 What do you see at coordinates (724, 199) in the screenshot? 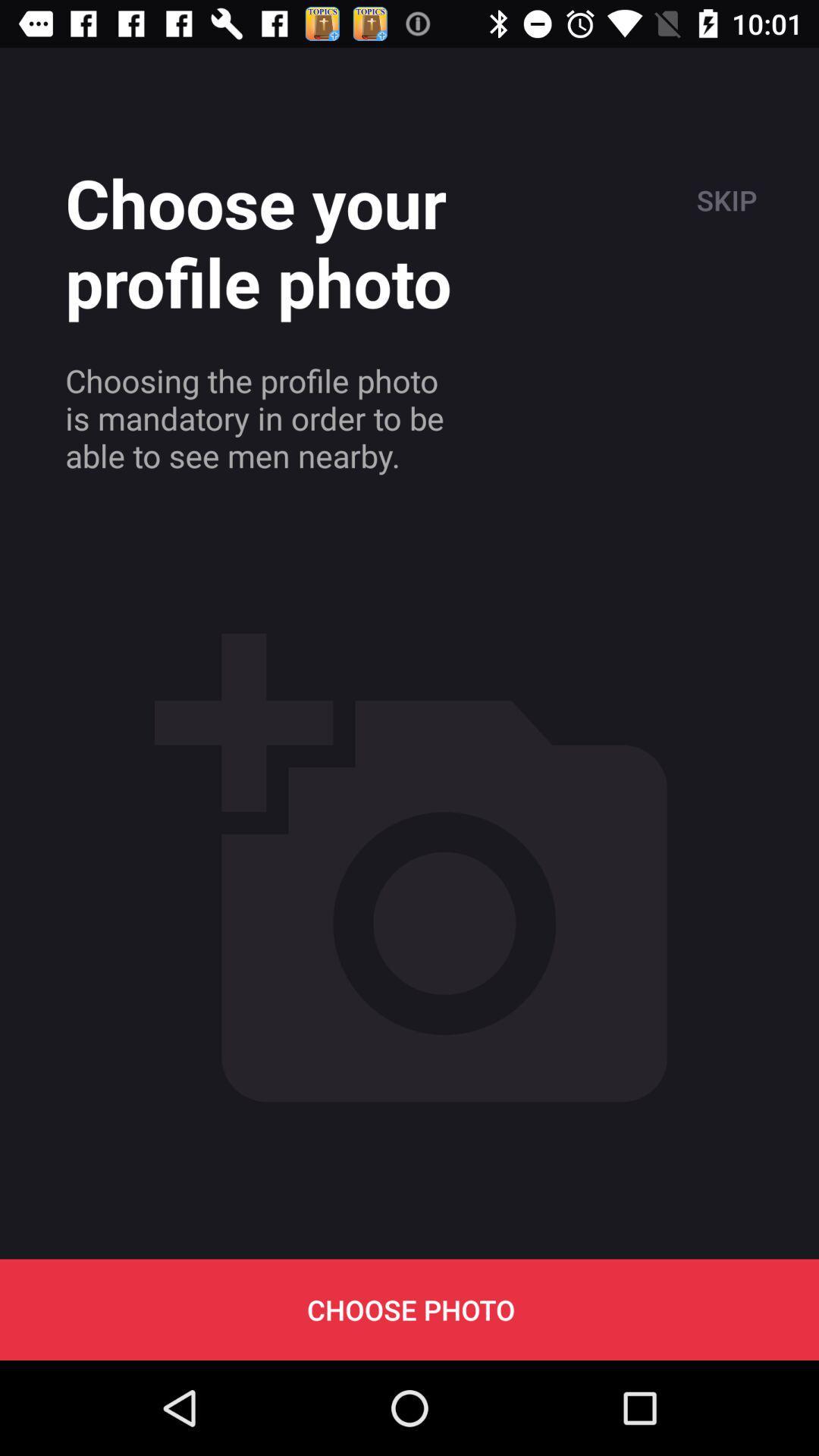
I see `skip item` at bounding box center [724, 199].